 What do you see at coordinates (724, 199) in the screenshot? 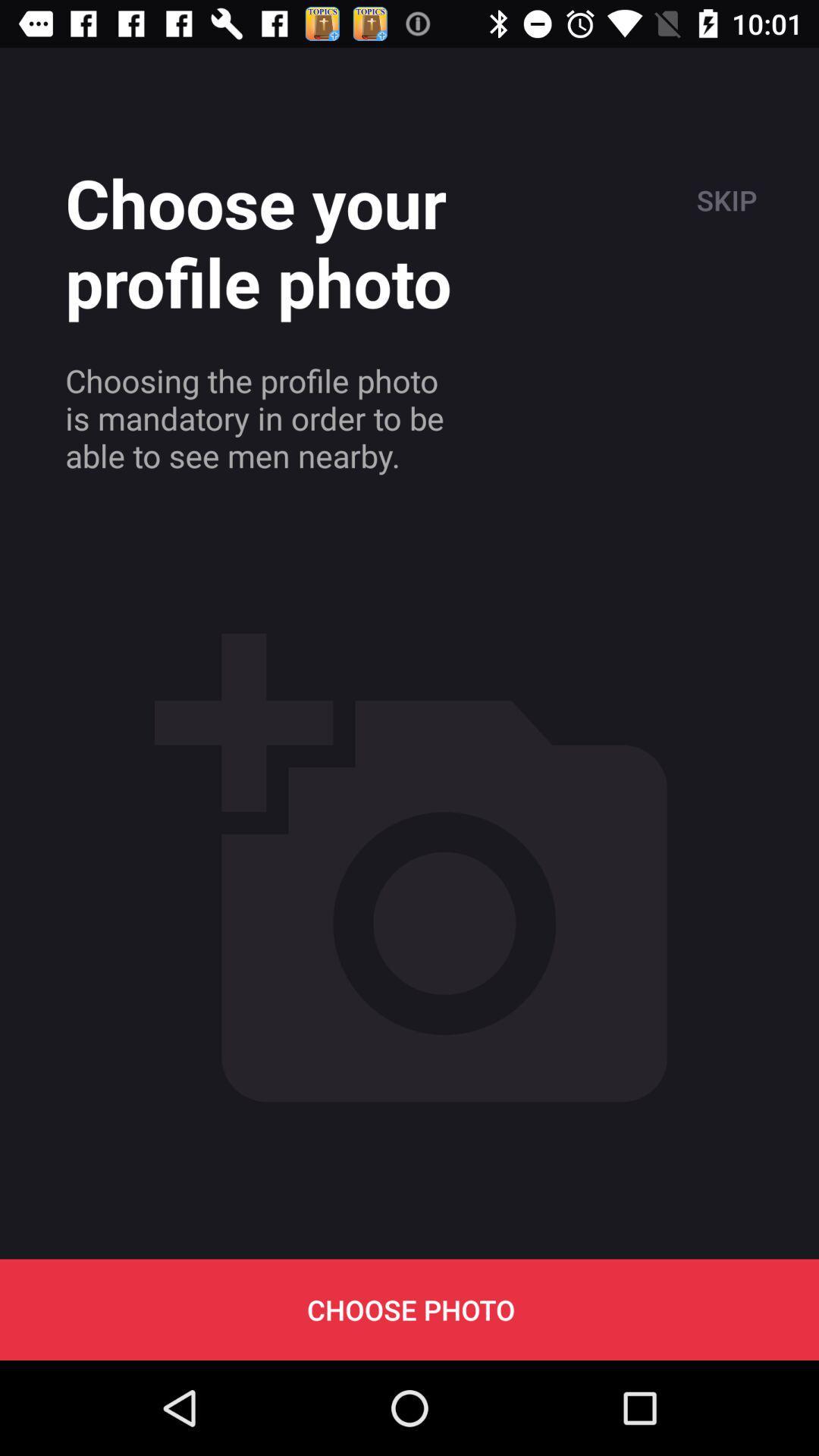
I see `skip item` at bounding box center [724, 199].